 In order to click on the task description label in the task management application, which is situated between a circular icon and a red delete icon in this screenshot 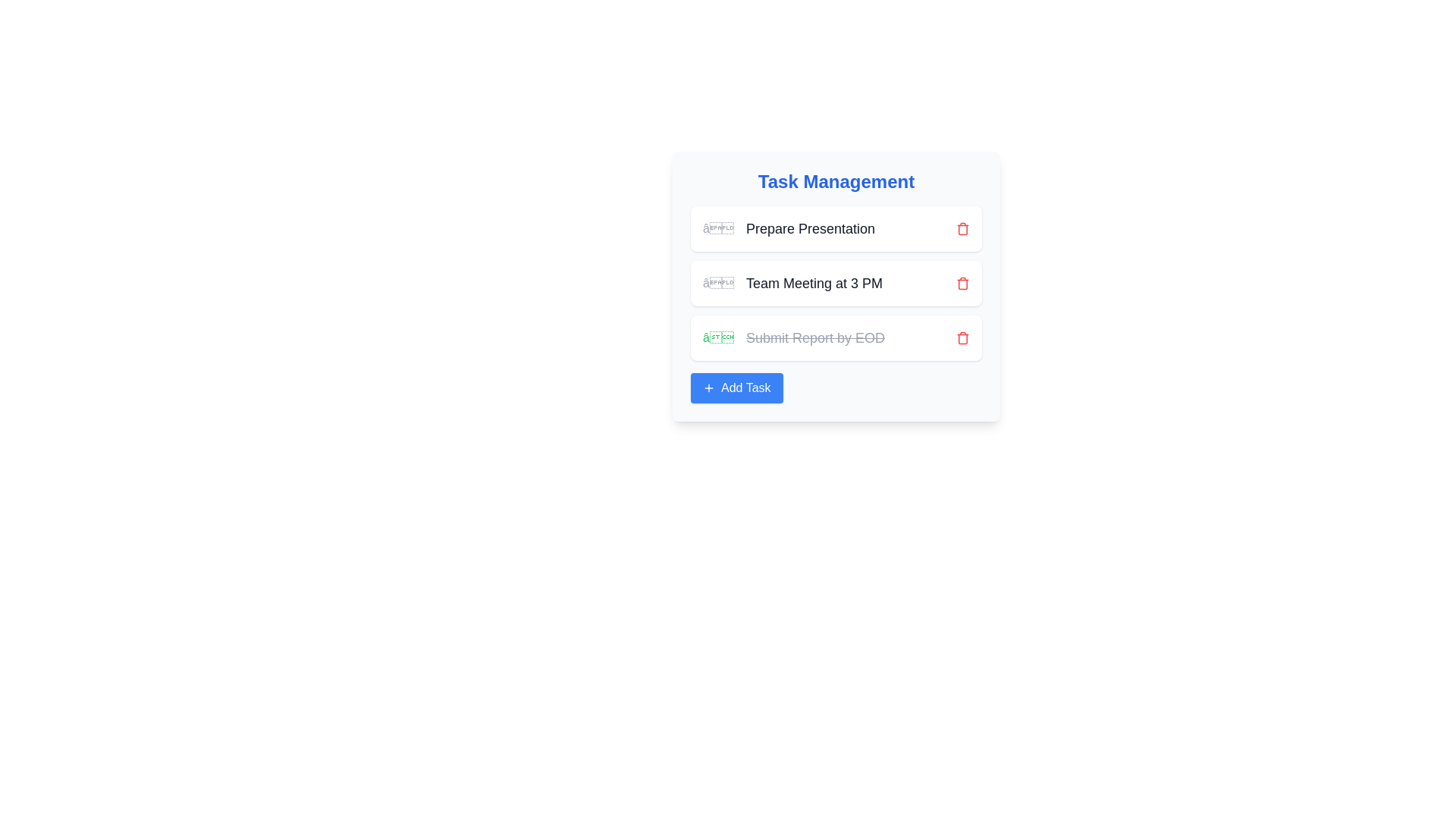, I will do `click(813, 284)`.